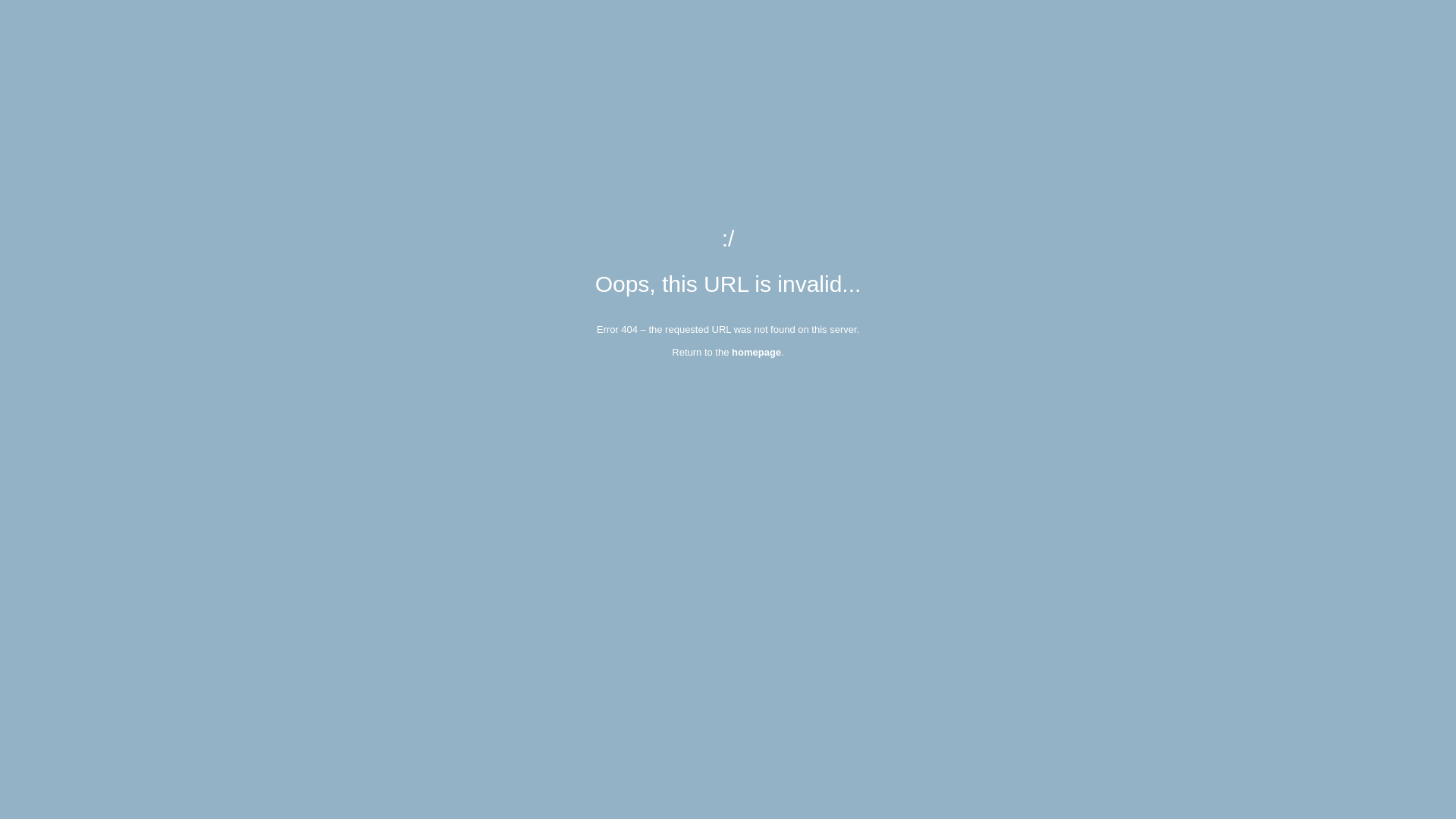  I want to click on 'homepage', so click(731, 352).